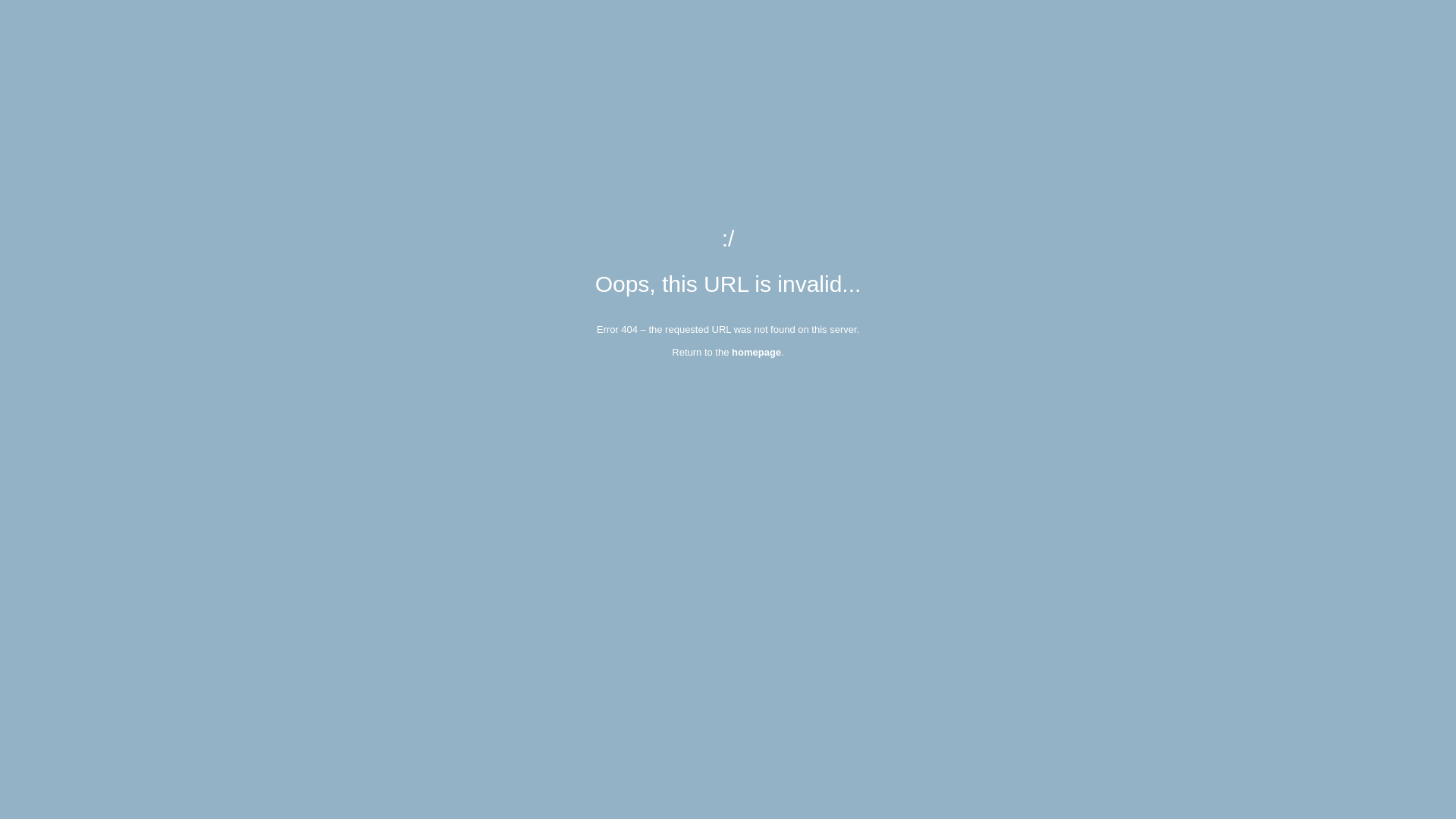  I want to click on 'homepage', so click(731, 352).